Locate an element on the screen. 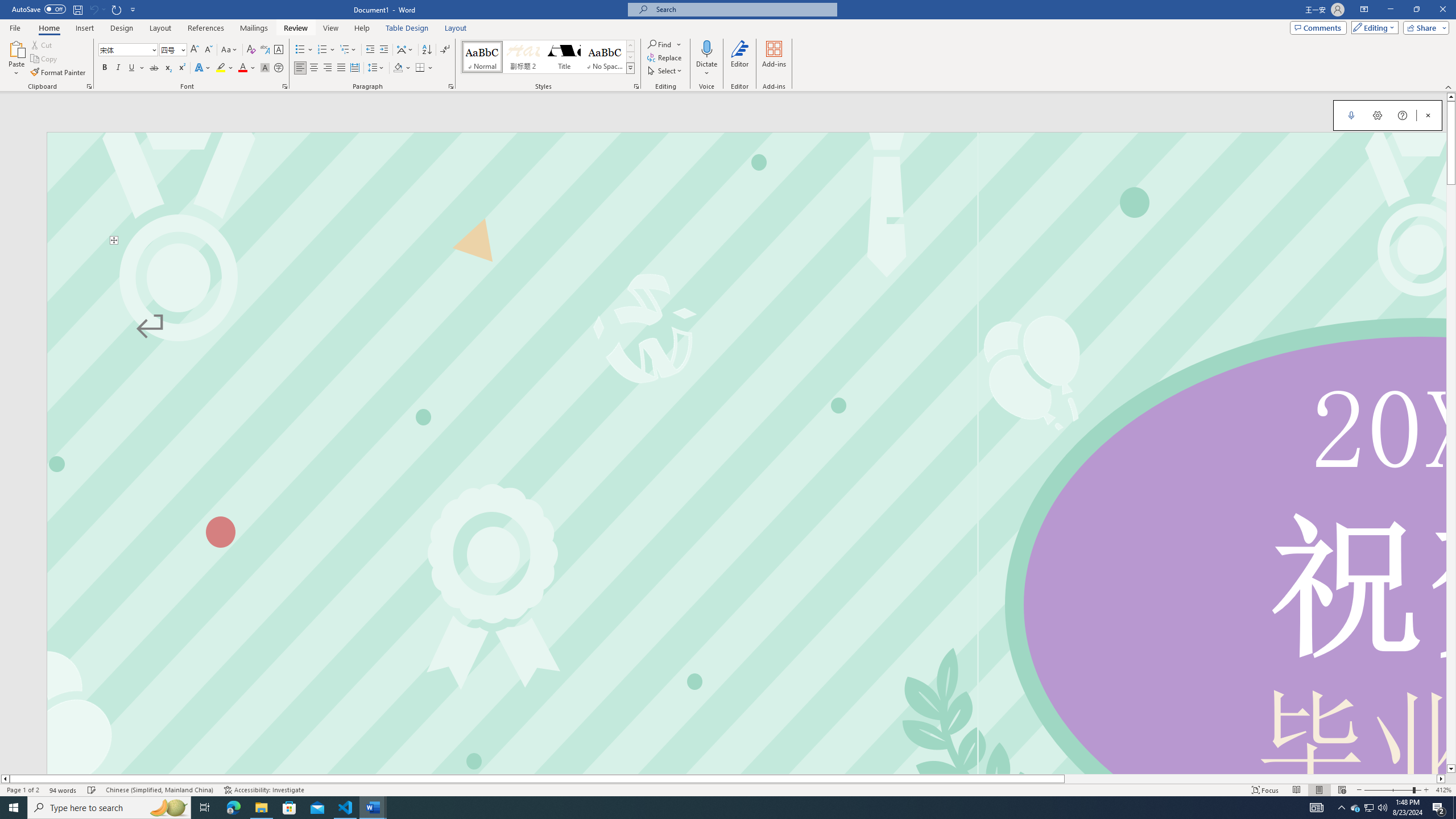 The image size is (1456, 819). 'Character Border' is located at coordinates (278, 49).